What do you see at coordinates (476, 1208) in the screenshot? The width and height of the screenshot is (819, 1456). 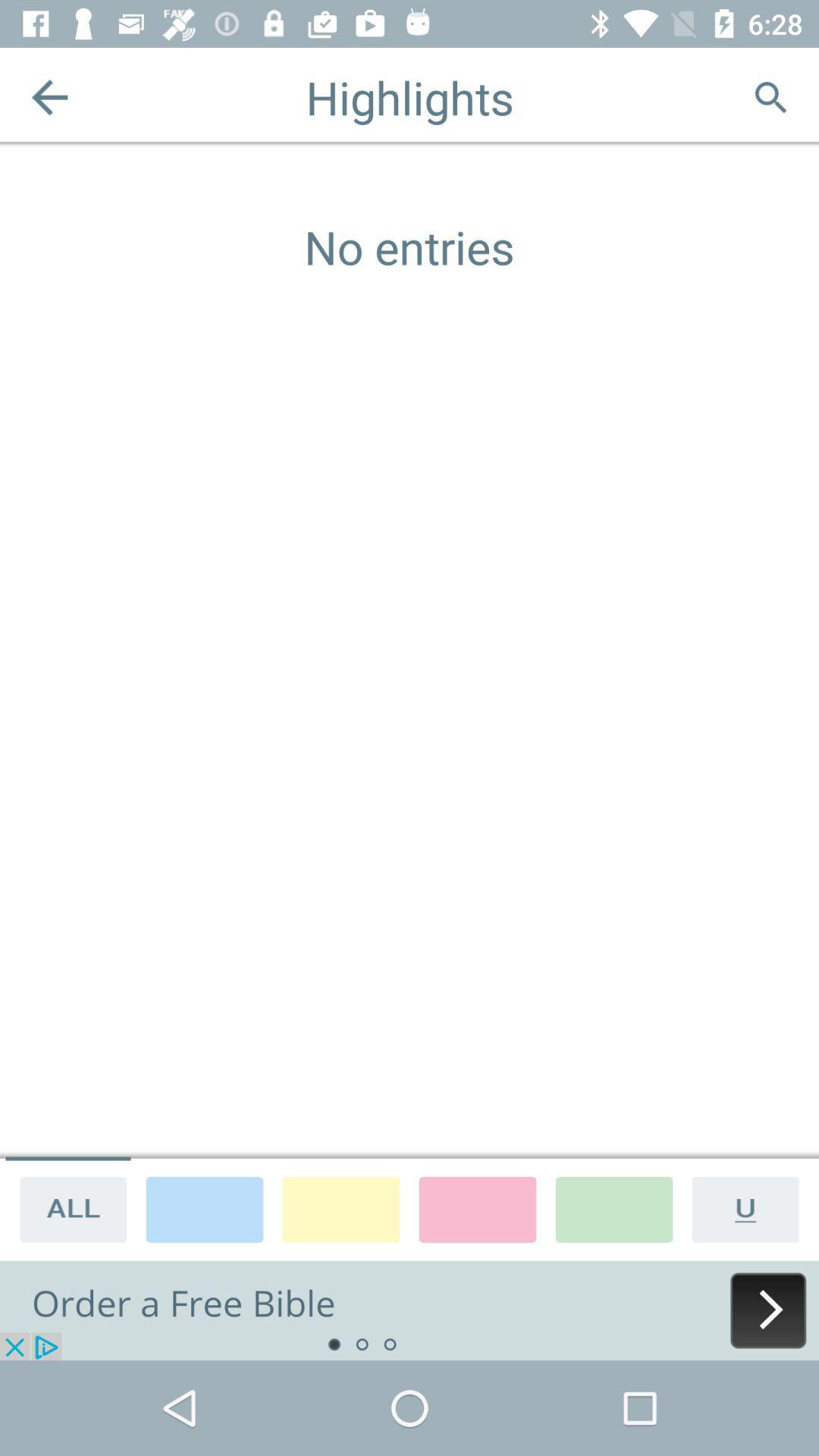 I see `pink color` at bounding box center [476, 1208].